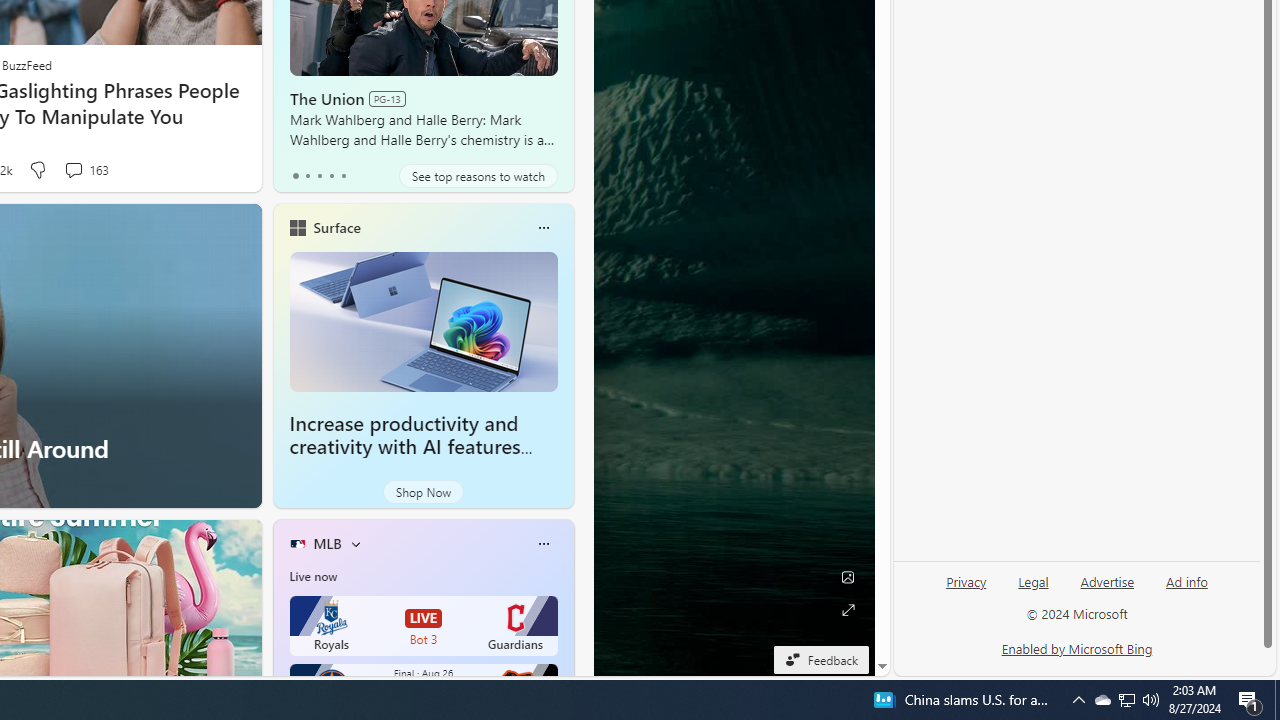  What do you see at coordinates (73, 168) in the screenshot?
I see `'View comments 163 Comment'` at bounding box center [73, 168].